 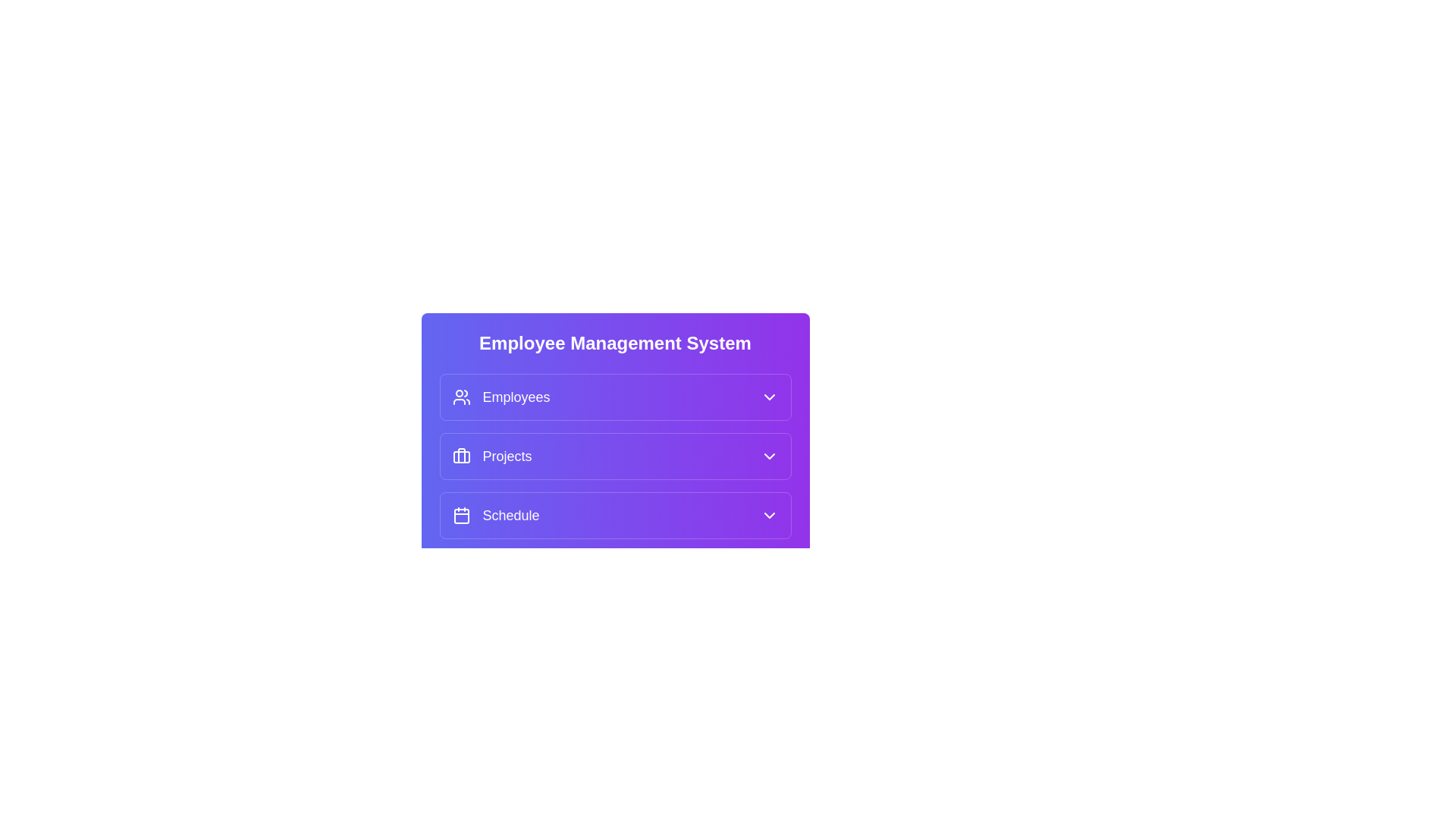 What do you see at coordinates (615, 514) in the screenshot?
I see `the 'Schedule' button with a purple gradient background, which is the third item in the vertical list of menu options, to observe any hover effects` at bounding box center [615, 514].